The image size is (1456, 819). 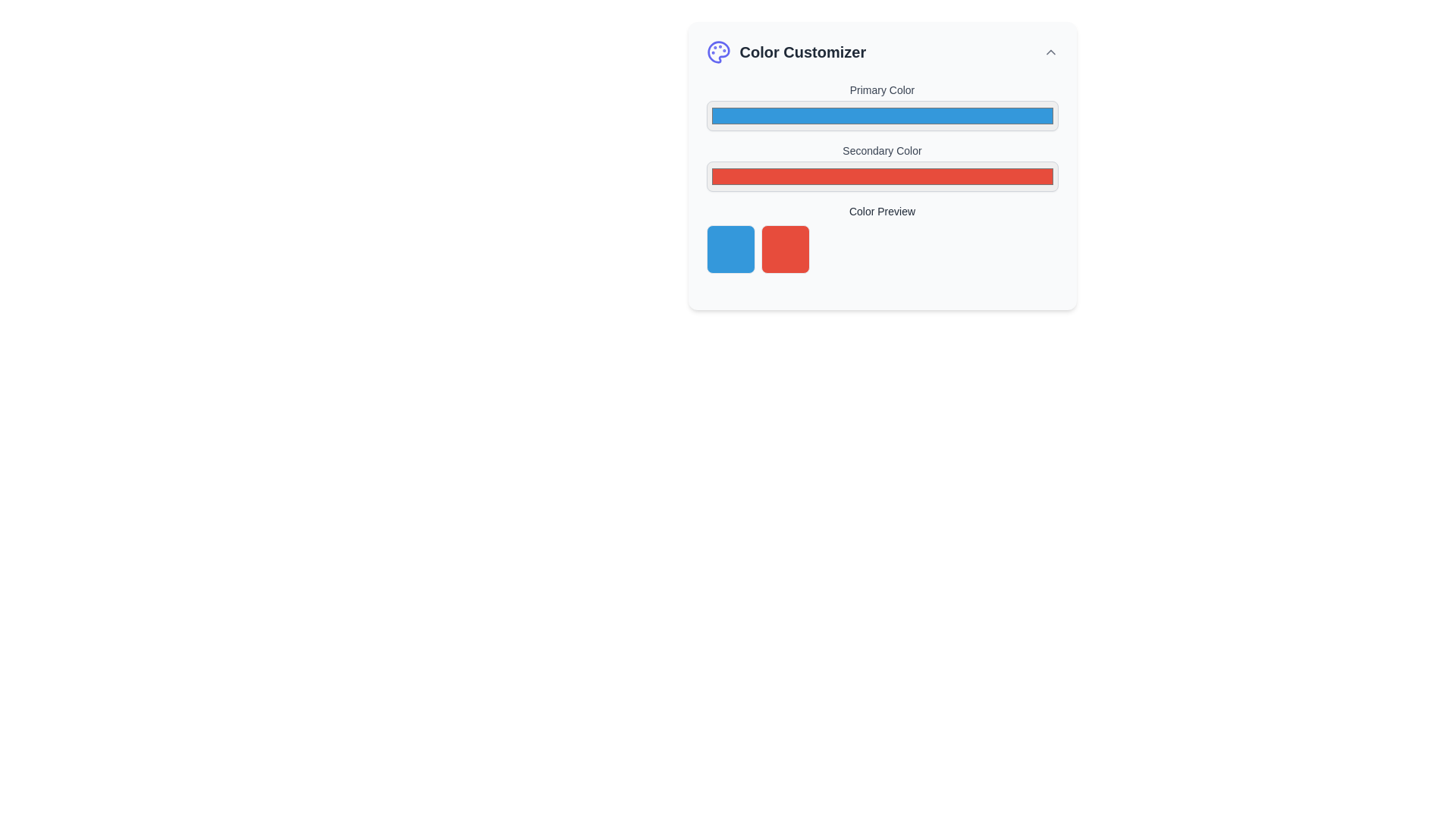 What do you see at coordinates (882, 167) in the screenshot?
I see `the 'Secondary Color' input field in the 'Color Customizer' section` at bounding box center [882, 167].